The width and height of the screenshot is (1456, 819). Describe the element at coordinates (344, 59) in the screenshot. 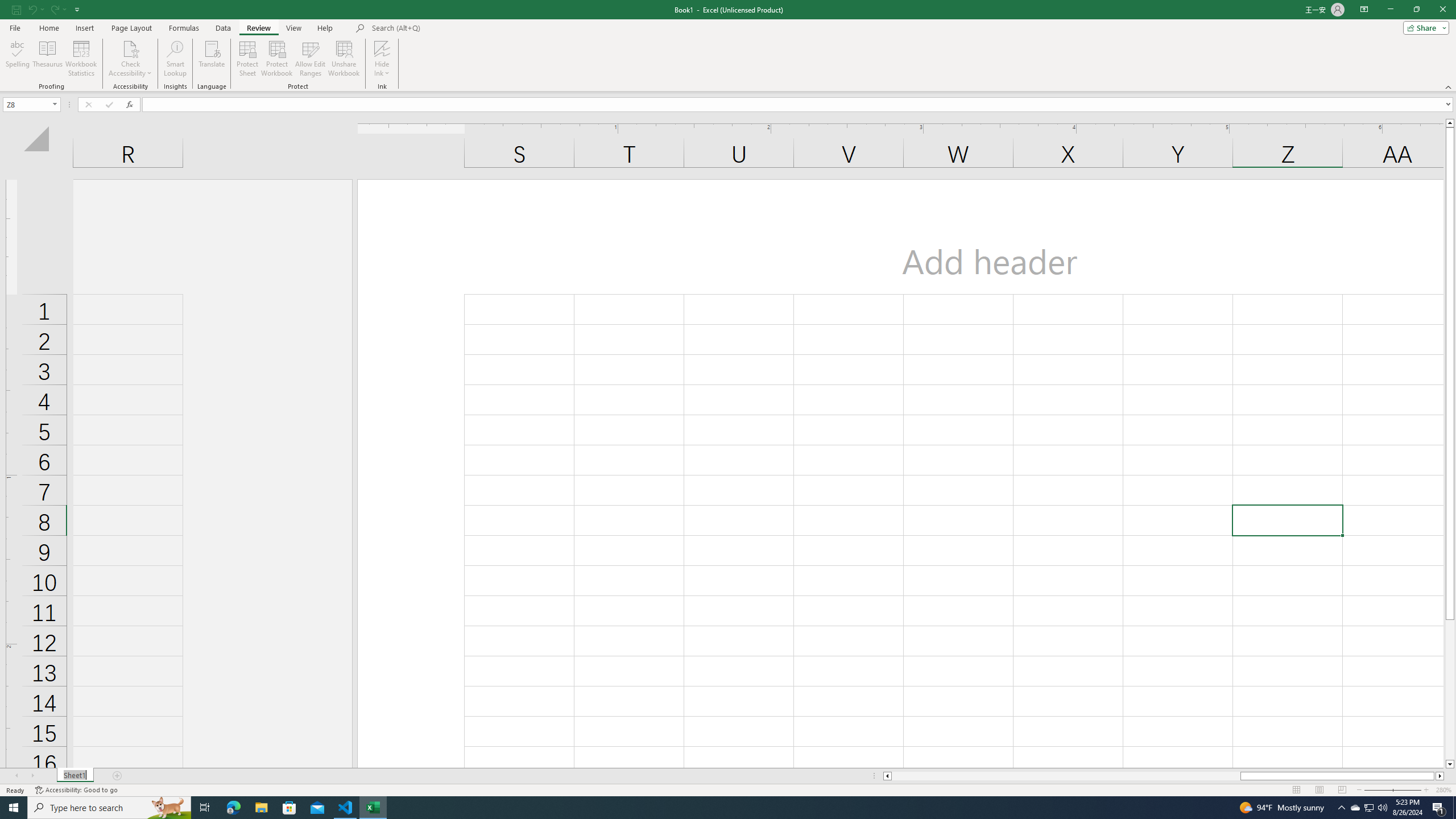

I see `'Unshare Workbook'` at that location.